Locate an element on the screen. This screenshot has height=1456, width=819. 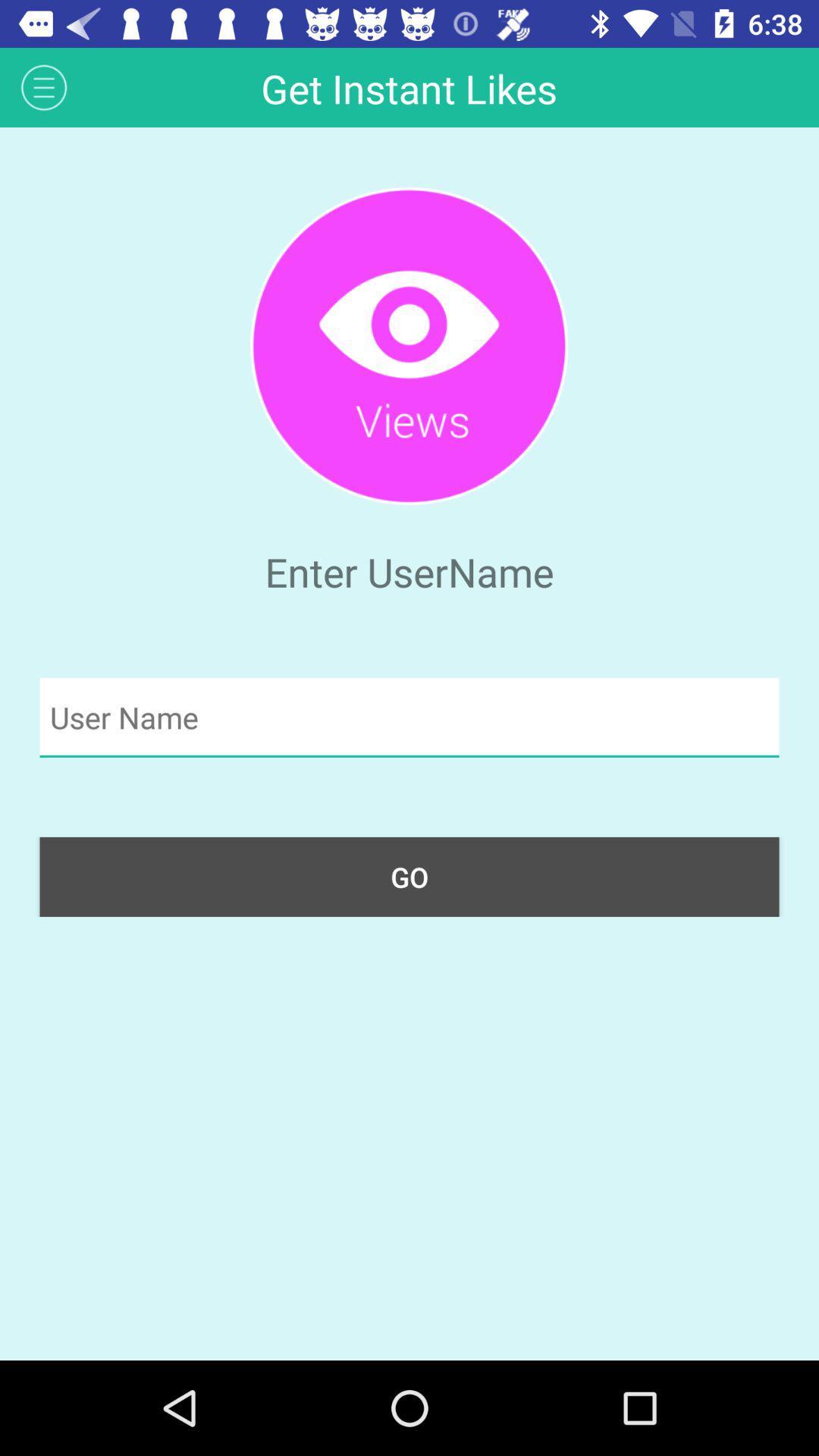
the menu icon is located at coordinates (43, 86).